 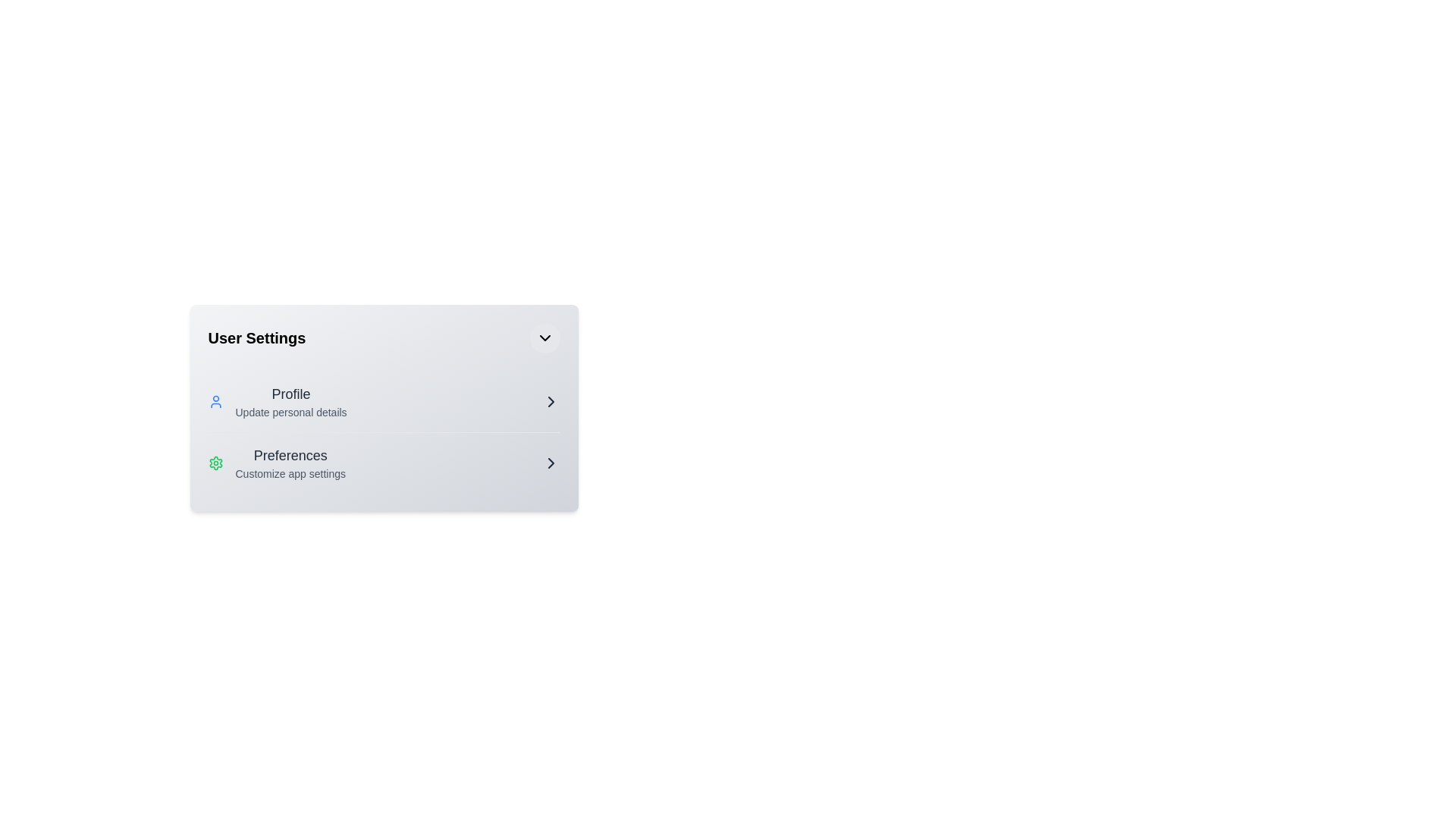 What do you see at coordinates (384, 462) in the screenshot?
I see `the second Clickable List Item labeled 'Preferences' in the 'User Settings' section` at bounding box center [384, 462].